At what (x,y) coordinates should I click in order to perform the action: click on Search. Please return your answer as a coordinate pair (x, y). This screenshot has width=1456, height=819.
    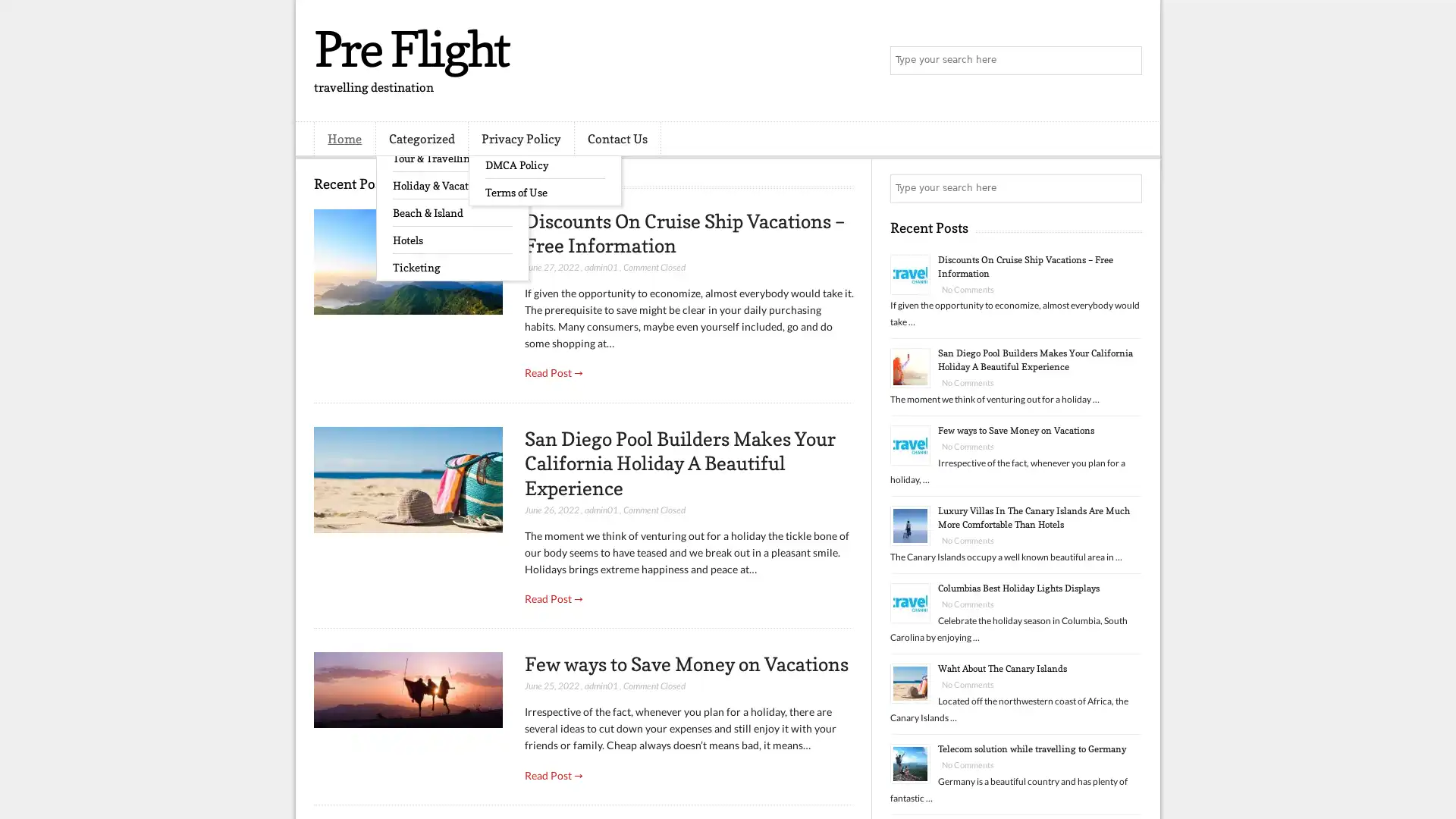
    Looking at the image, I should click on (1126, 61).